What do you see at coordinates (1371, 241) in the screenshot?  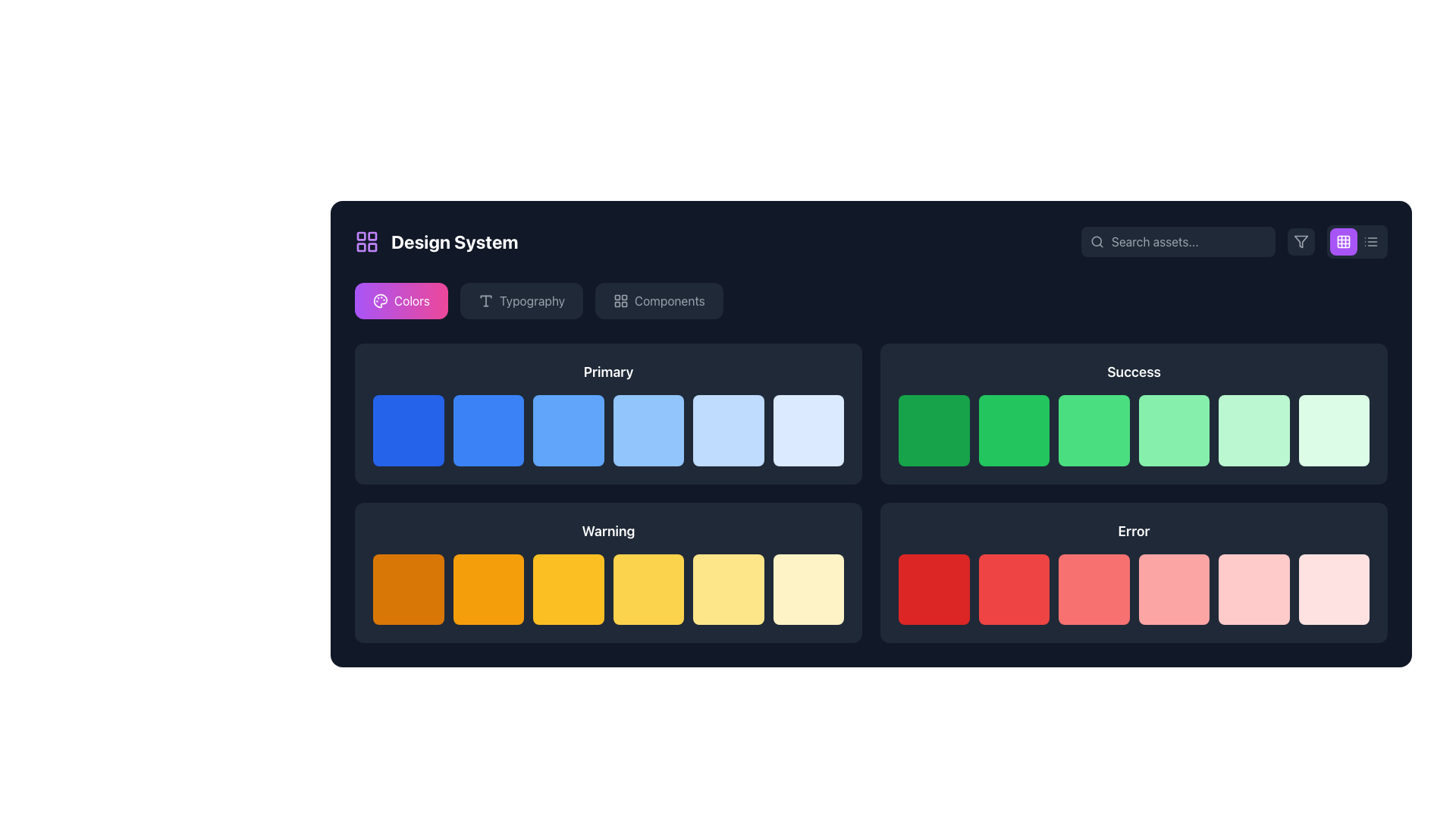 I see `the small gray button with rounded corners that contains a light gray list icon` at bounding box center [1371, 241].